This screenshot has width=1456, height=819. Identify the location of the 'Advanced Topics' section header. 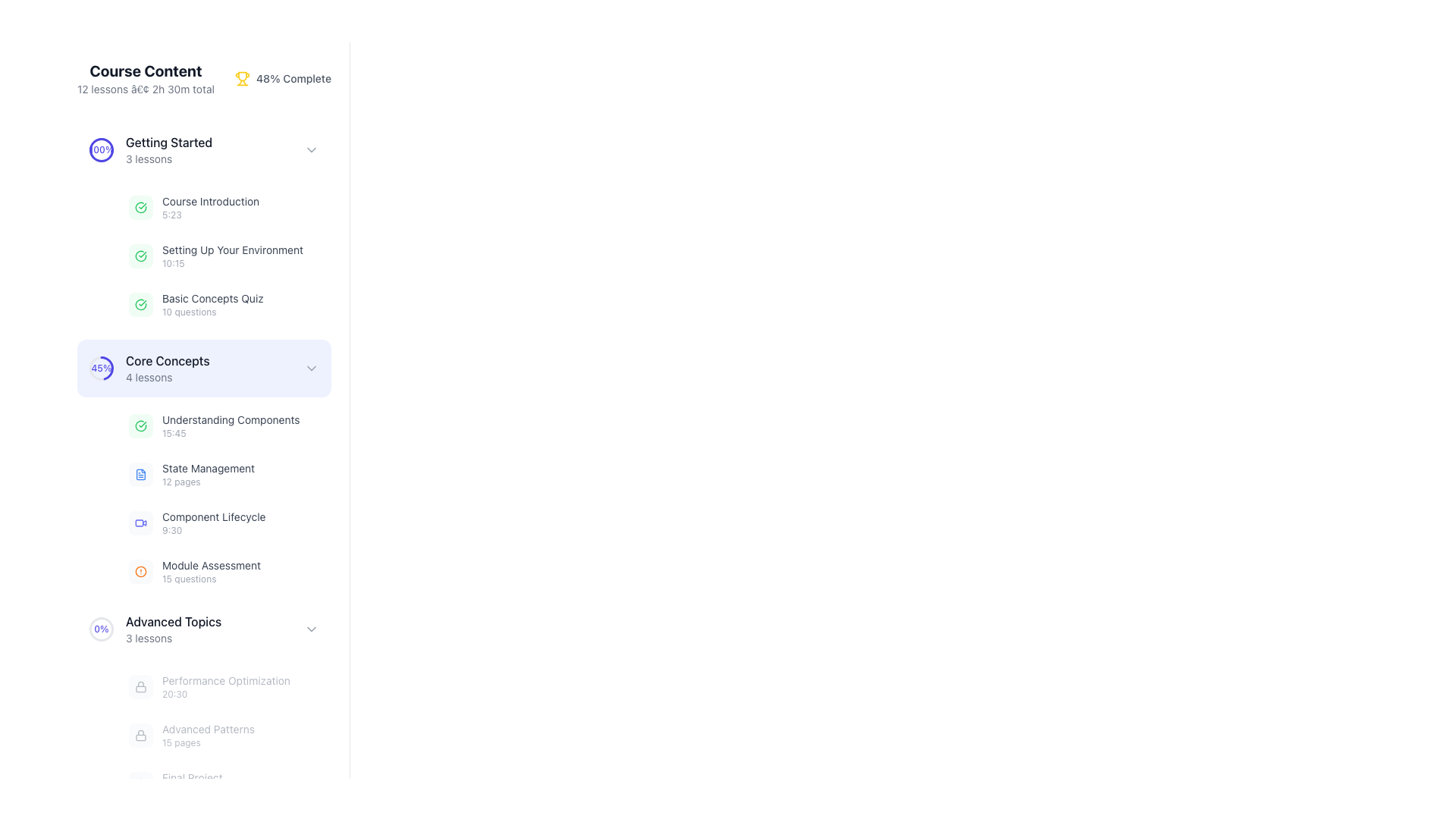
(174, 629).